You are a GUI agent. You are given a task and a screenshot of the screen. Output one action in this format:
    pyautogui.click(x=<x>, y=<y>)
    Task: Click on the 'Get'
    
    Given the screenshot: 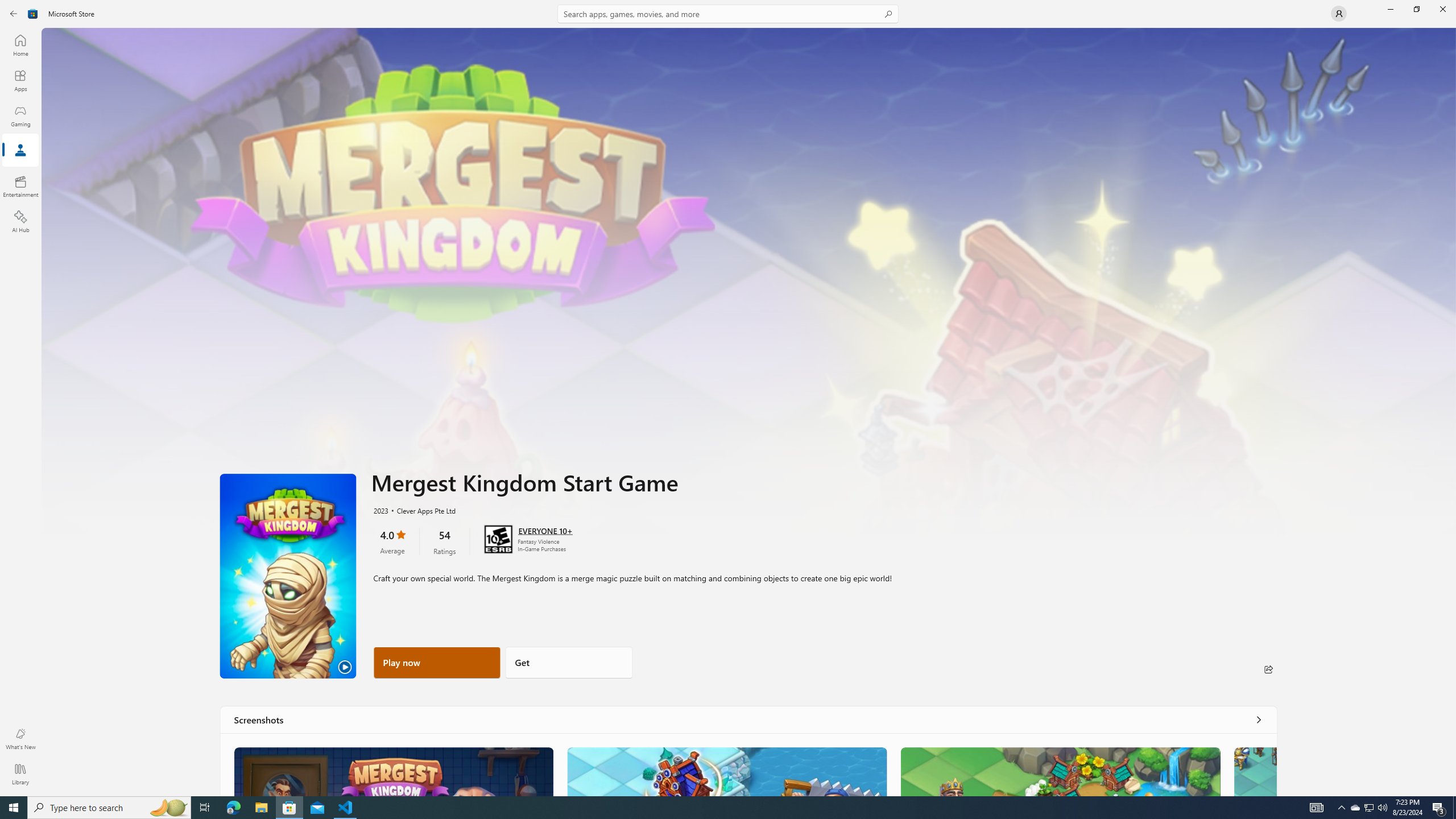 What is the action you would take?
    pyautogui.click(x=568, y=662)
    